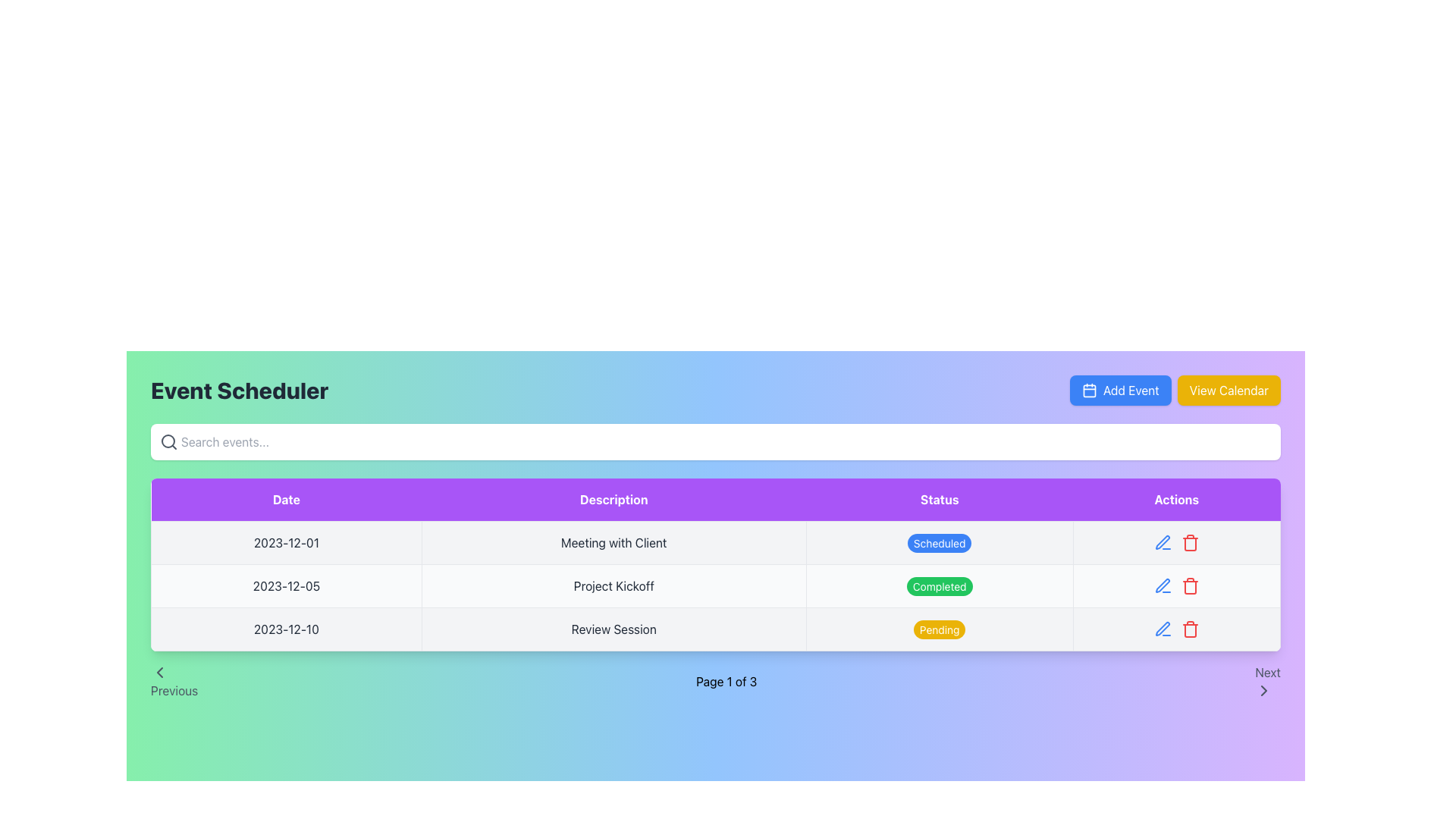 The image size is (1456, 819). Describe the element at coordinates (613, 500) in the screenshot. I see `the Text Label with a purple background that contains the text 'Description', which is the second column header located between the 'Date' and 'Status' columns` at that location.